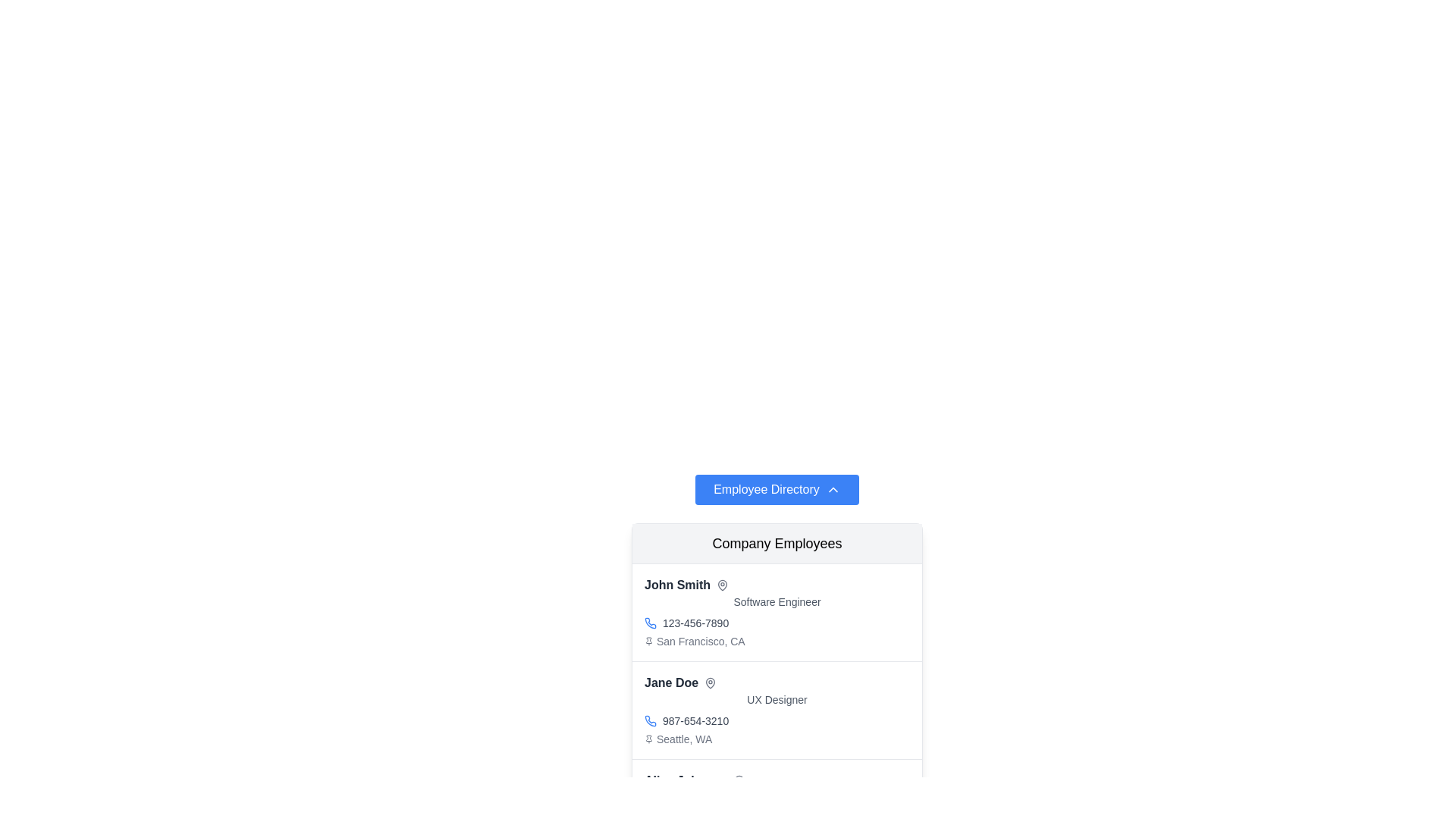  What do you see at coordinates (777, 489) in the screenshot?
I see `the blue button labeled 'Employee Directory' with a white upward-pointing chevron icon` at bounding box center [777, 489].